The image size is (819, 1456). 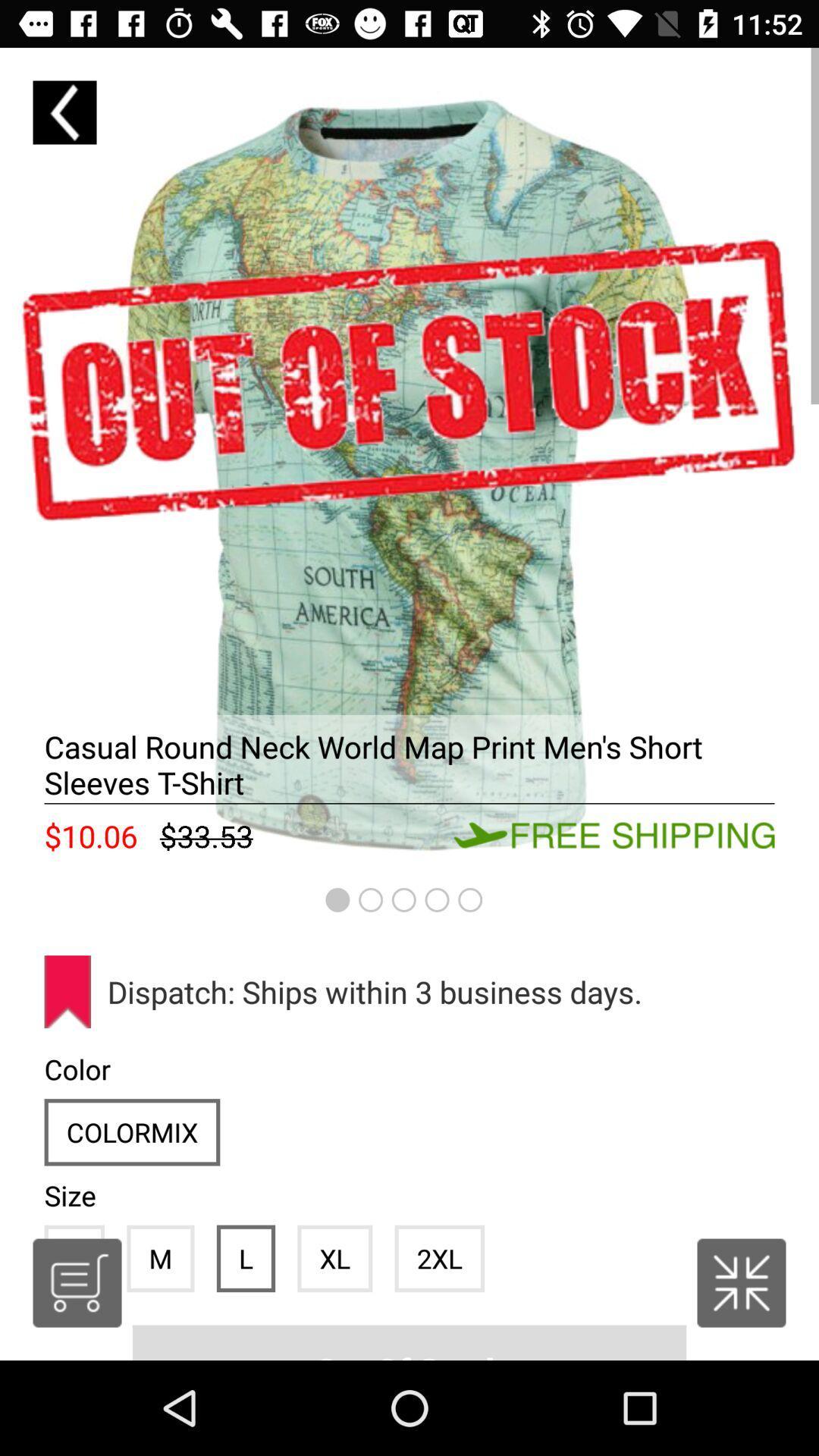 What do you see at coordinates (741, 1282) in the screenshot?
I see `the national_flag icon` at bounding box center [741, 1282].